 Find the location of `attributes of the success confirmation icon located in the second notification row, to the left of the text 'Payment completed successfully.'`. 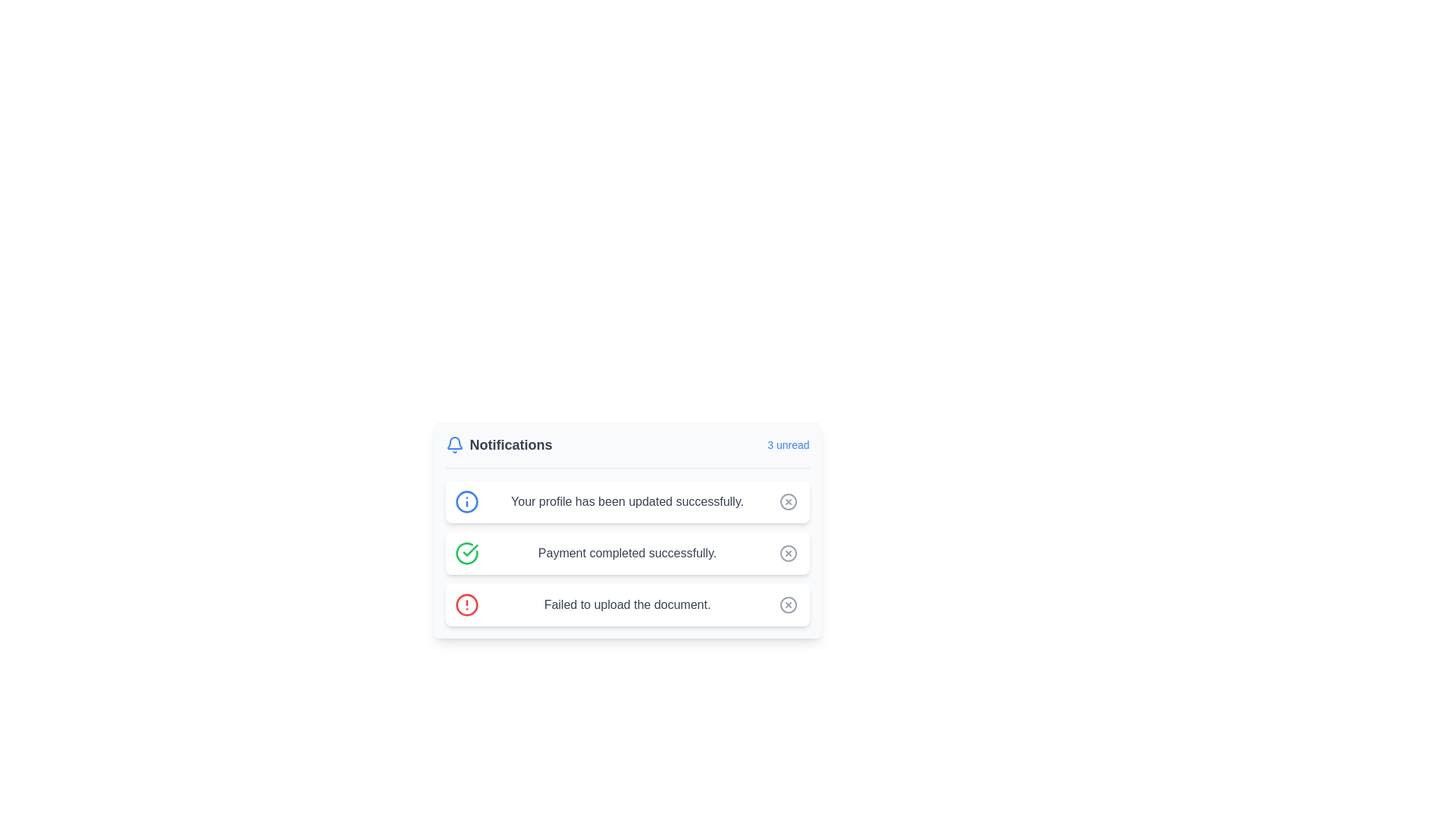

attributes of the success confirmation icon located in the second notification row, to the left of the text 'Payment completed successfully.' is located at coordinates (469, 550).